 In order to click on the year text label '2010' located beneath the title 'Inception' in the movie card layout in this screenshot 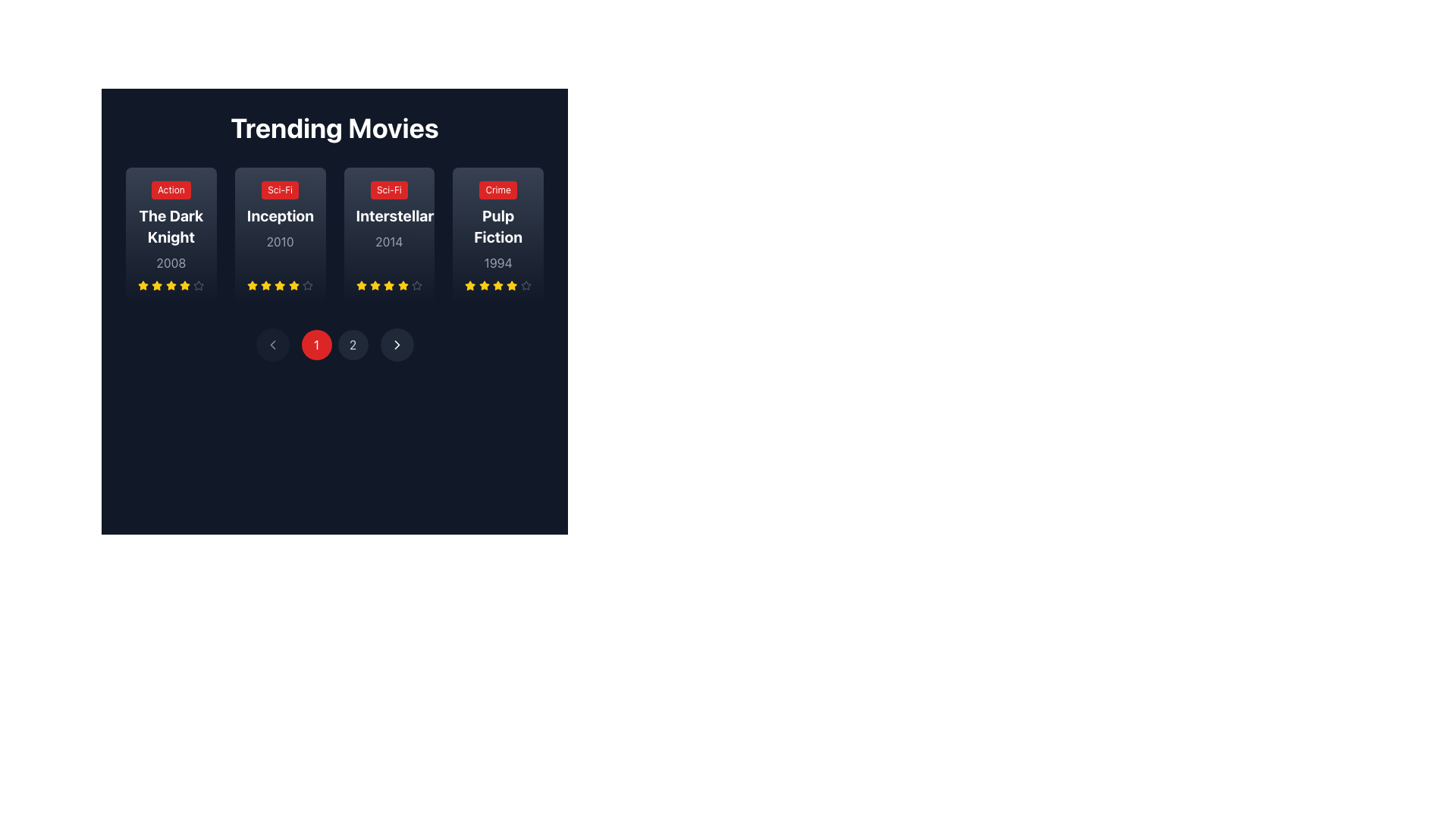, I will do `click(280, 241)`.